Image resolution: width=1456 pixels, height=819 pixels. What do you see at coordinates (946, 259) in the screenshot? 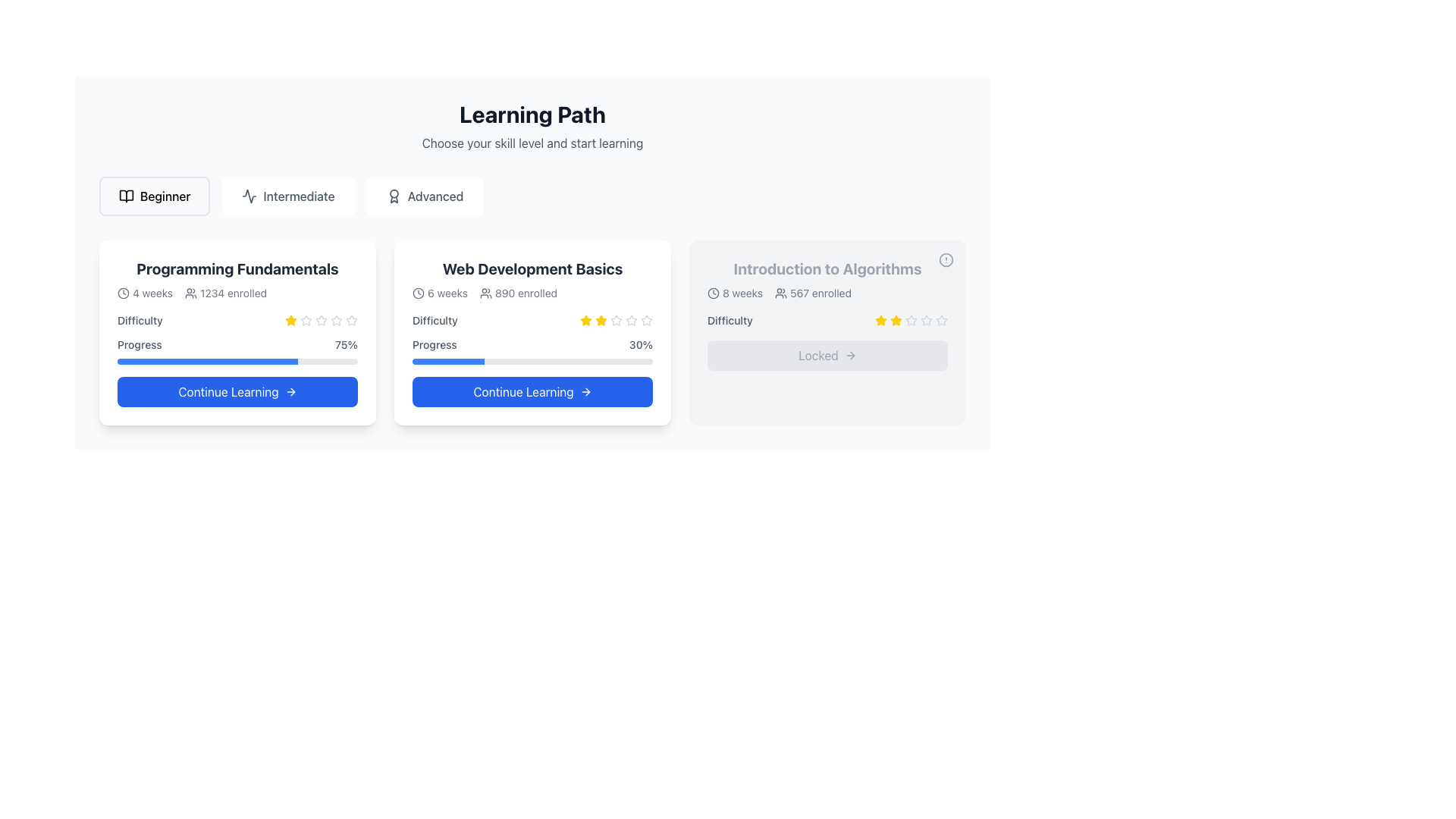
I see `the warning or informational alert icon located at the top-right corner of the 'Introduction to Algorithms' course card` at bounding box center [946, 259].